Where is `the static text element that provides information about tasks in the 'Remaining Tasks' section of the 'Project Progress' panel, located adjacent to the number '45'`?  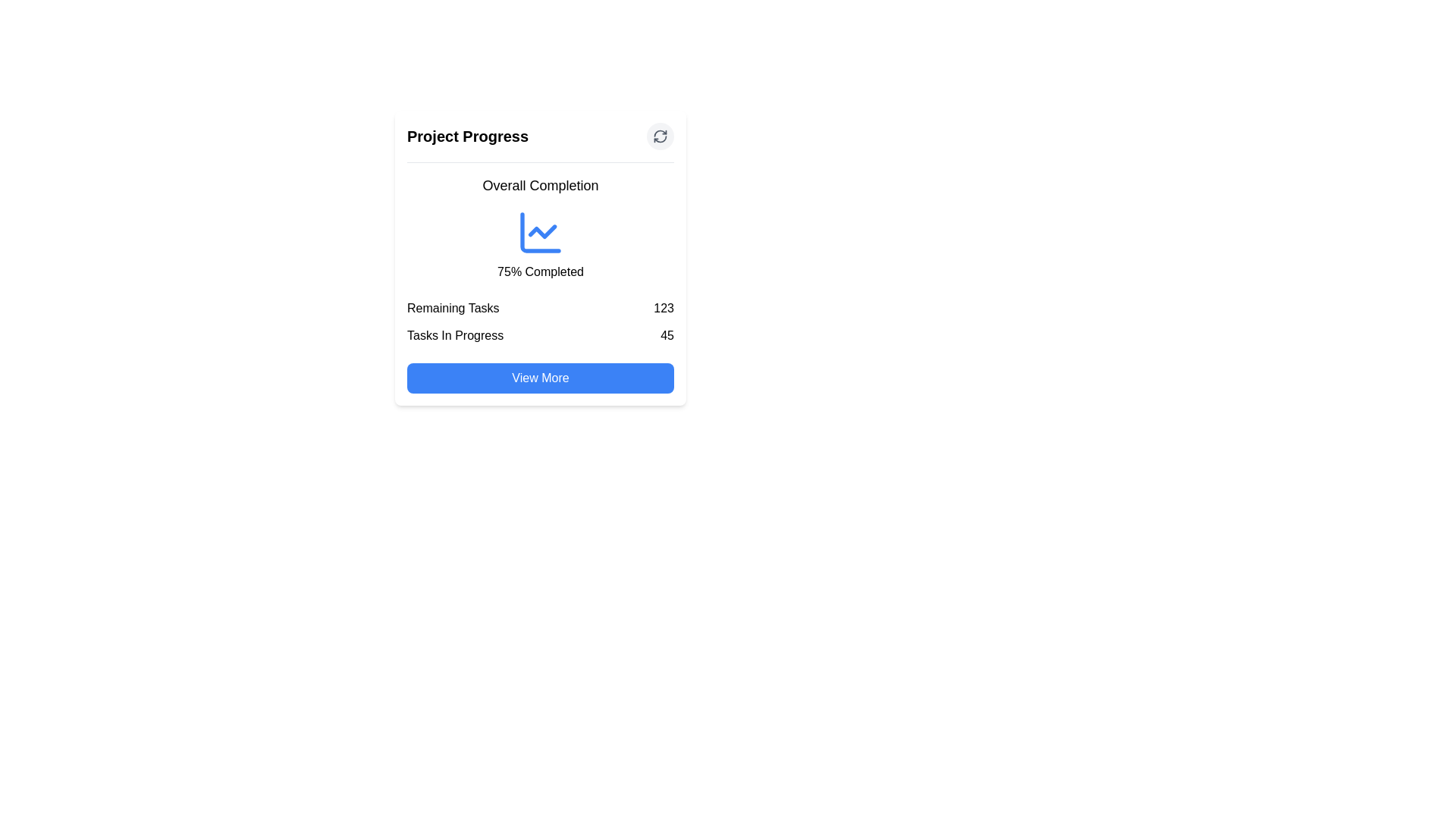 the static text element that provides information about tasks in the 'Remaining Tasks' section of the 'Project Progress' panel, located adjacent to the number '45' is located at coordinates (454, 335).